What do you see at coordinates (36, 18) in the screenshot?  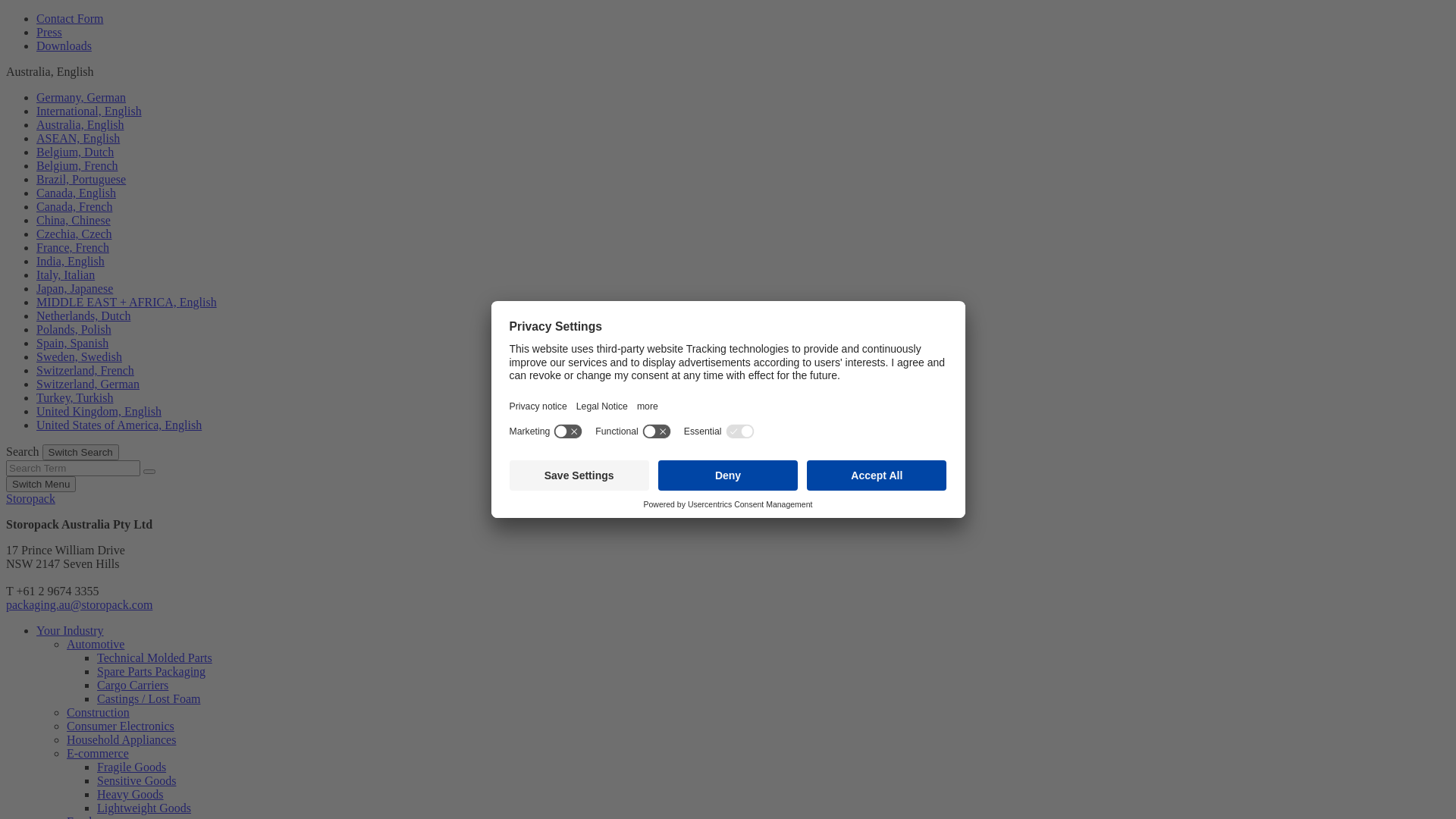 I see `'Contact Form'` at bounding box center [36, 18].